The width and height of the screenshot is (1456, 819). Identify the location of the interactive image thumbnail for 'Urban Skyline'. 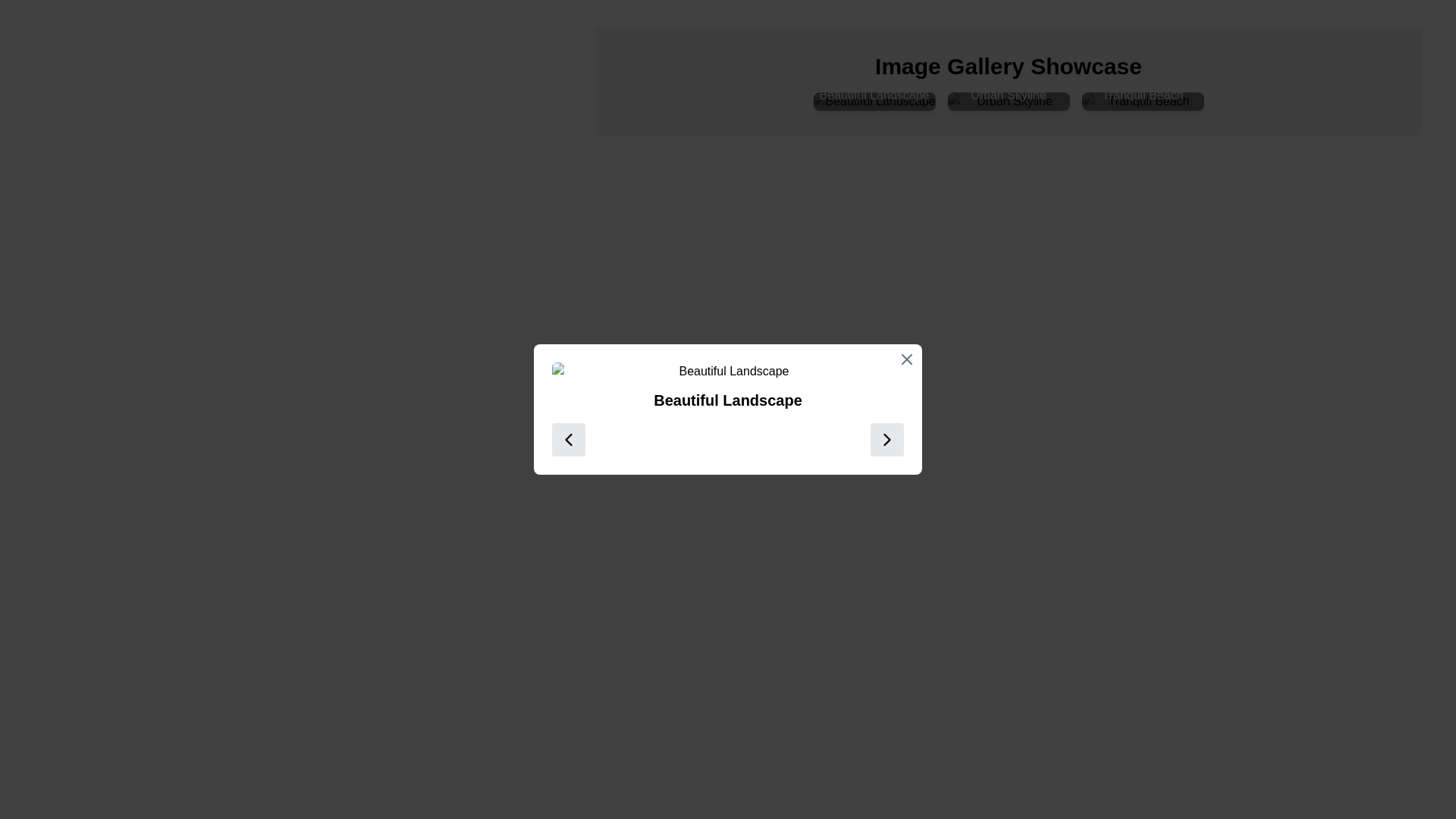
(1008, 102).